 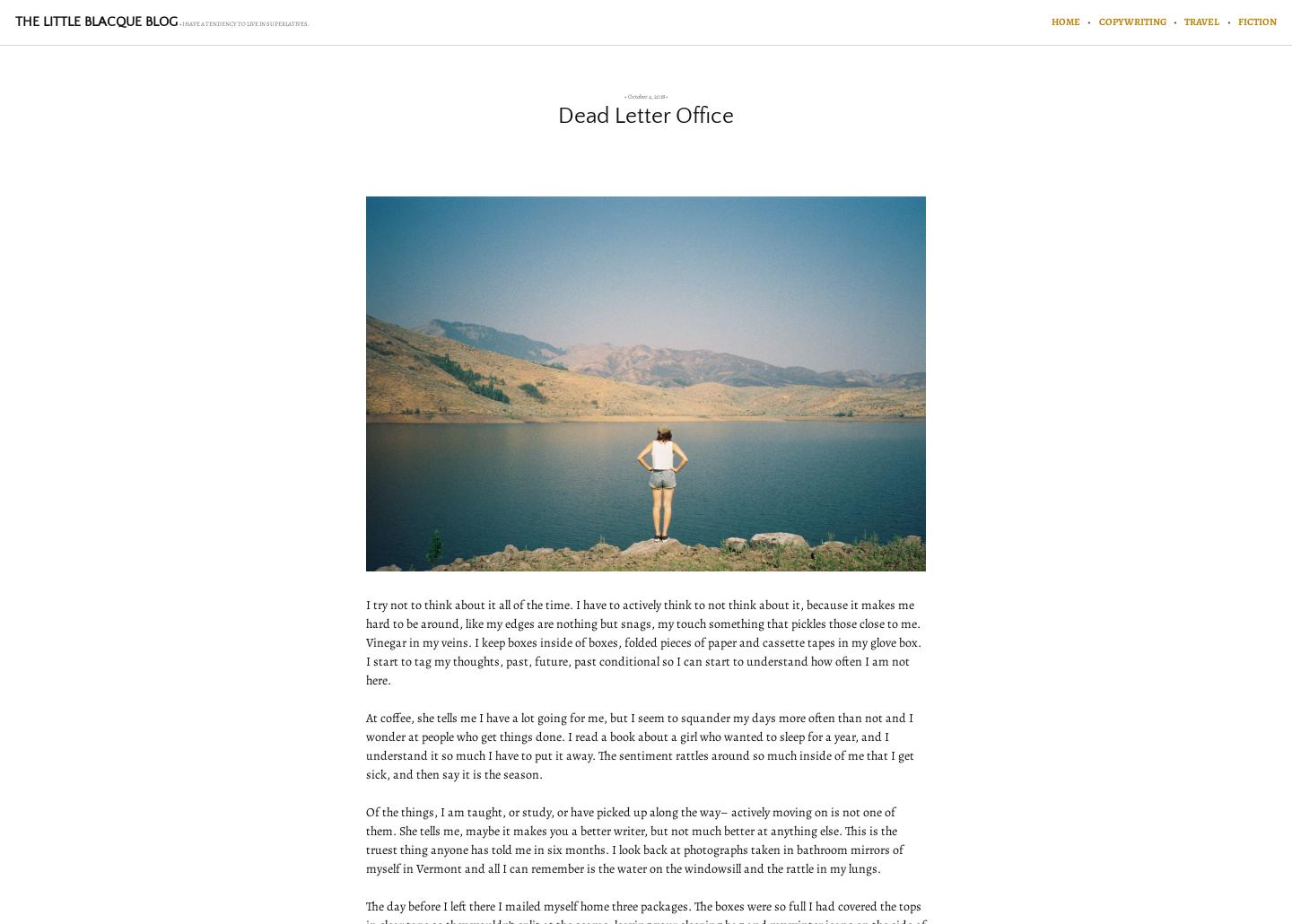 I want to click on 'Of the things, I am taught, or study, or have picked up along the way– actively moving on is not one of them. She tells me, maybe it makes you a better writer, but not much better at anything else. This is the truest thing anyone has told me in six months. I look back at photographs taken in bathroom mirrors of myself in Vermont and all I can remember is the water on the windowsill and the rattle in my lungs.', so click(x=634, y=839).